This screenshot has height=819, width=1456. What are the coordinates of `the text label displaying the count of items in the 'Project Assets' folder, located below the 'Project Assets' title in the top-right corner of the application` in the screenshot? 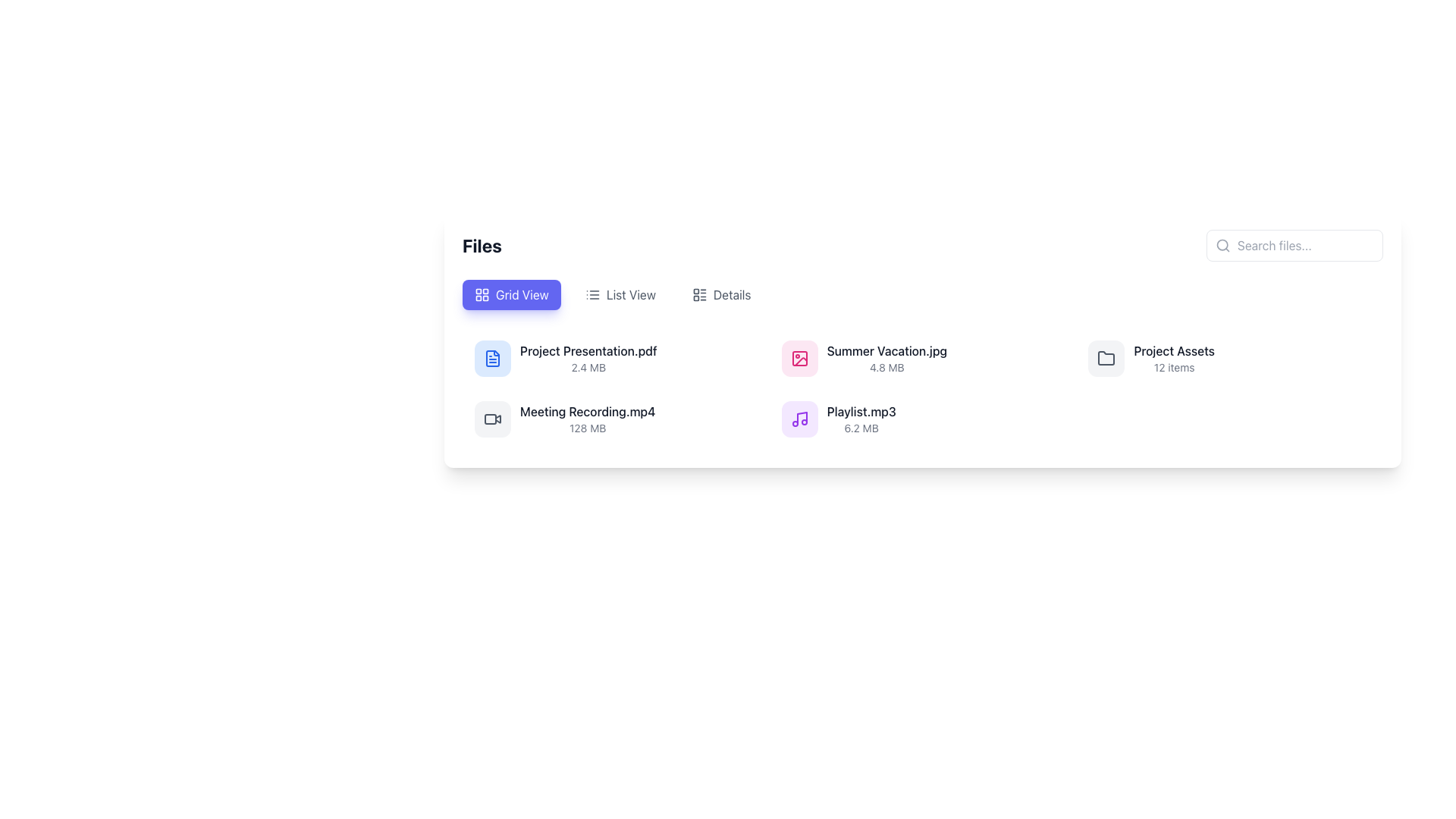 It's located at (1173, 368).